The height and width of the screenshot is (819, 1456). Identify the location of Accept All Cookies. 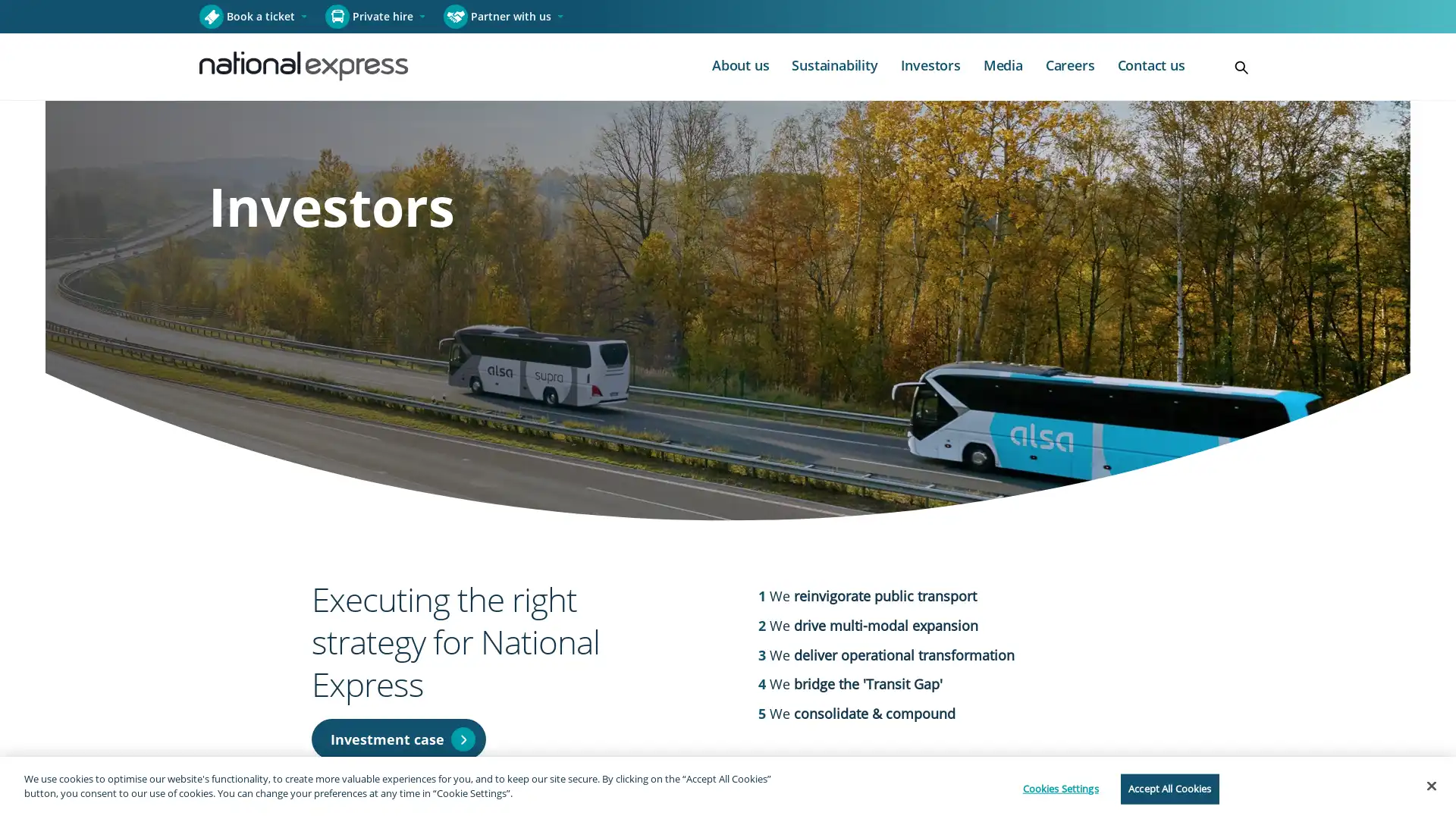
(1169, 788).